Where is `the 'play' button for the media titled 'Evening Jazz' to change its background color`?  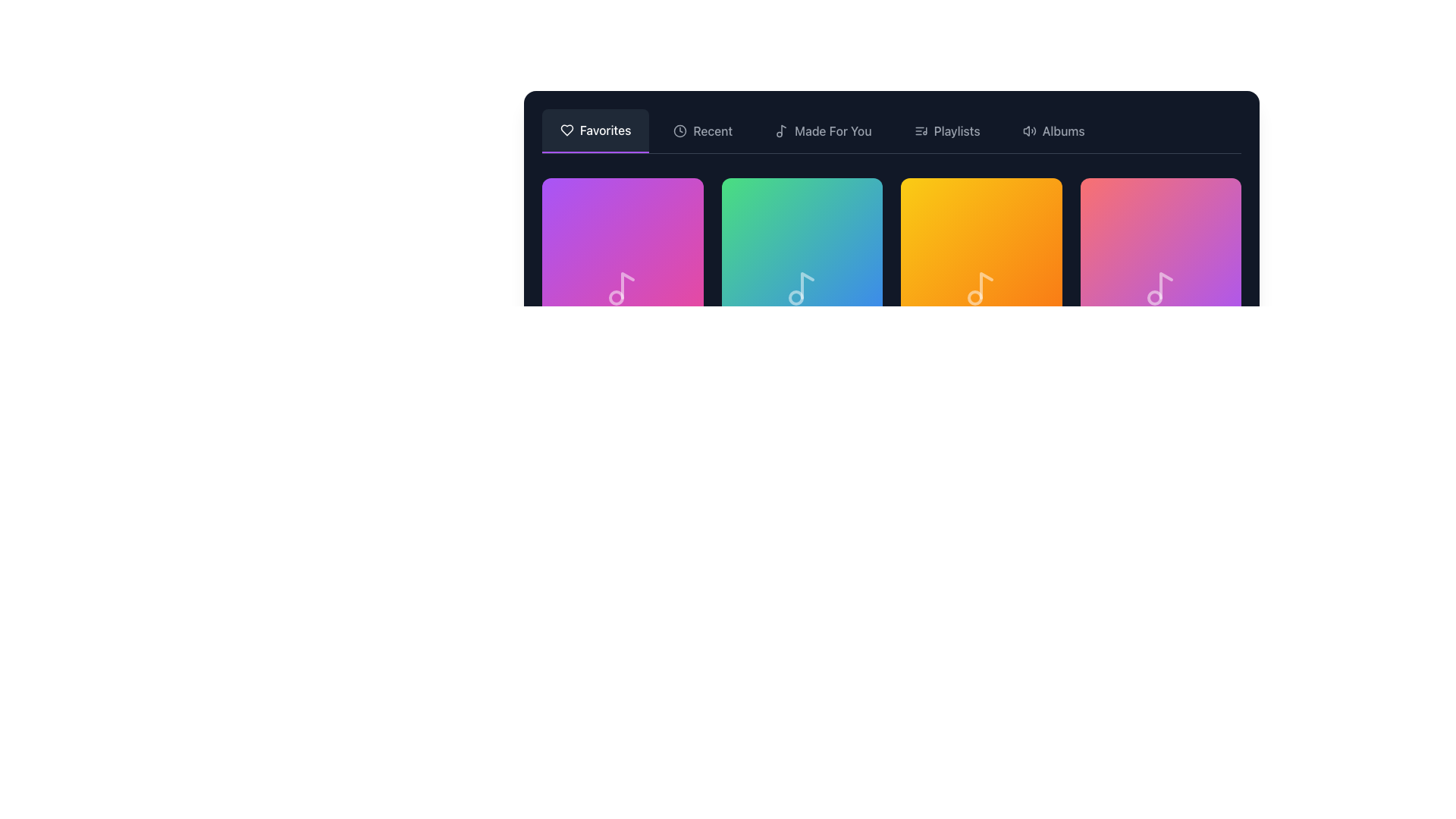 the 'play' button for the media titled 'Evening Jazz' to change its background color is located at coordinates (1211, 292).